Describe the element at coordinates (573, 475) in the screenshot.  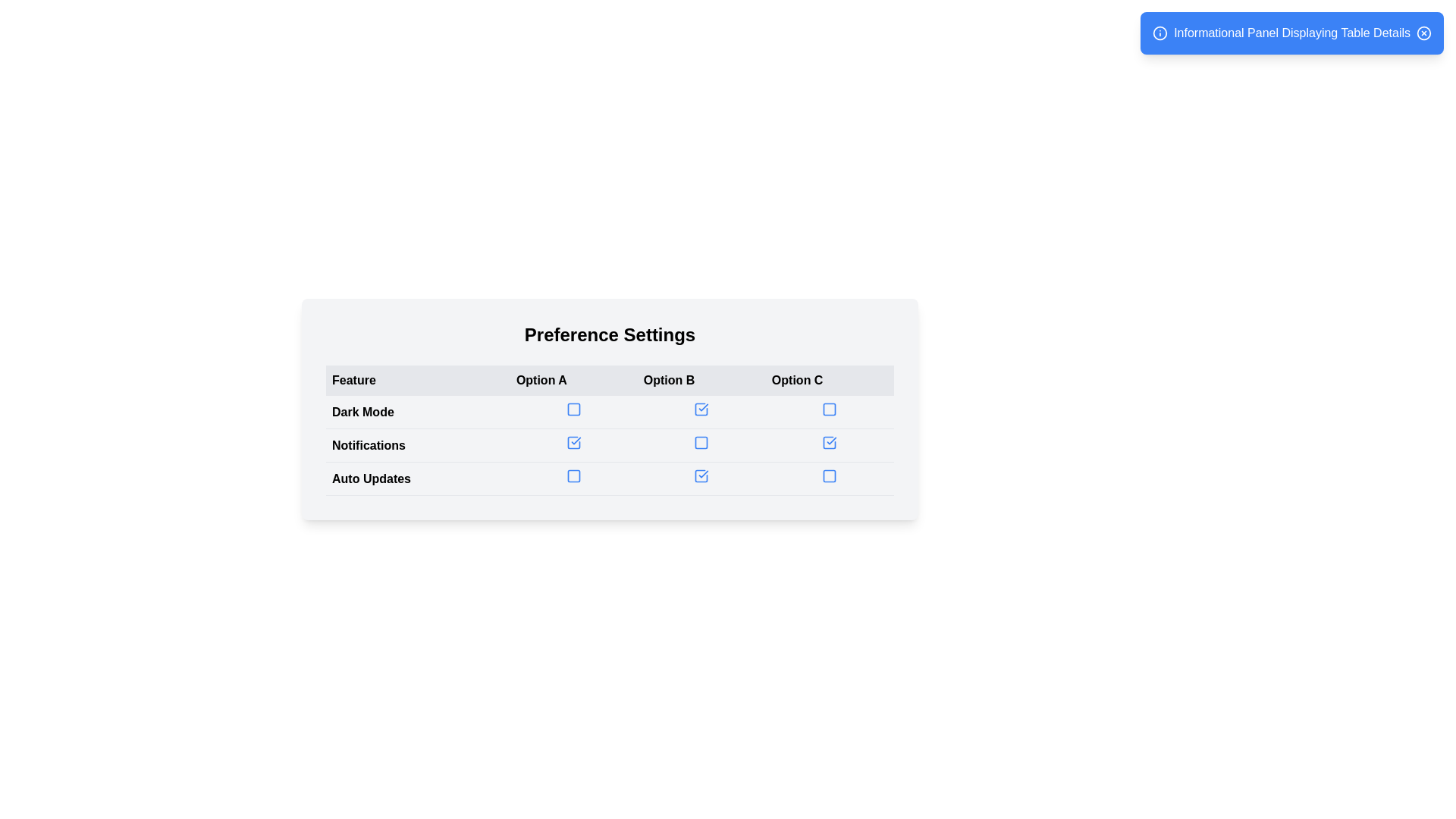
I see `the checkbox for 'Option A' under 'Auto Updates'` at that location.